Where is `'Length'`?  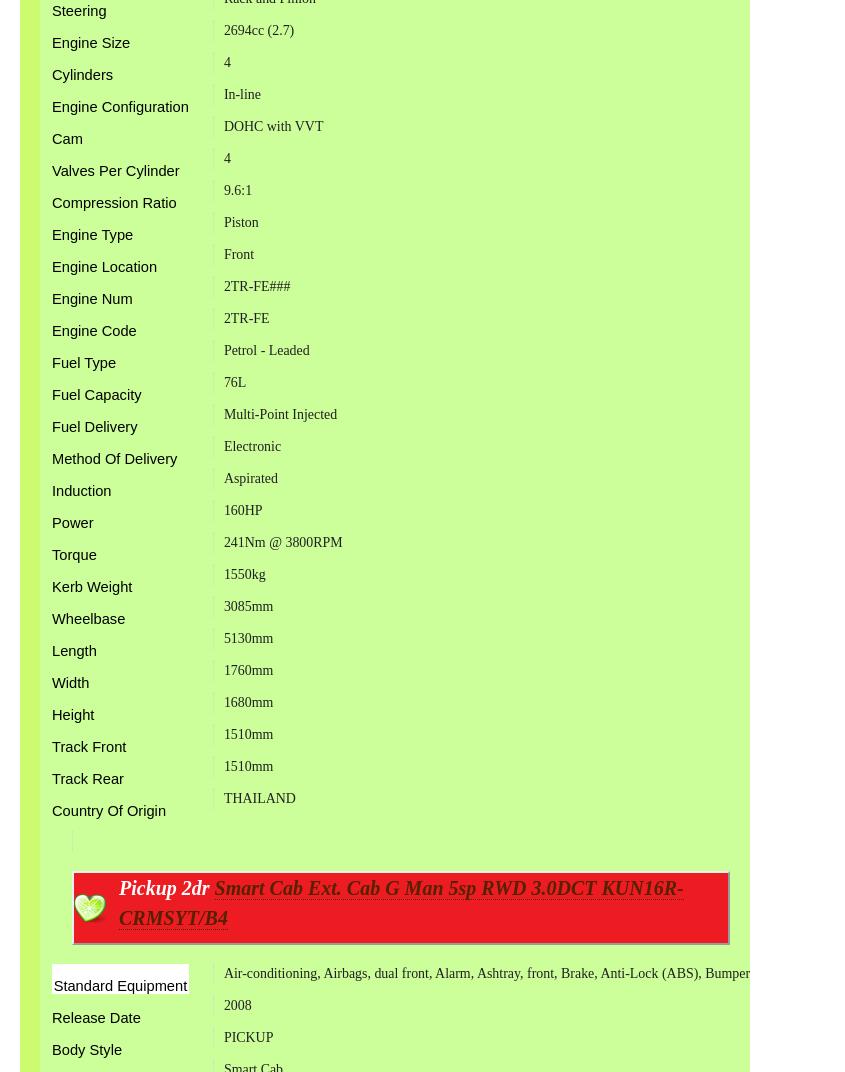 'Length' is located at coordinates (73, 651).